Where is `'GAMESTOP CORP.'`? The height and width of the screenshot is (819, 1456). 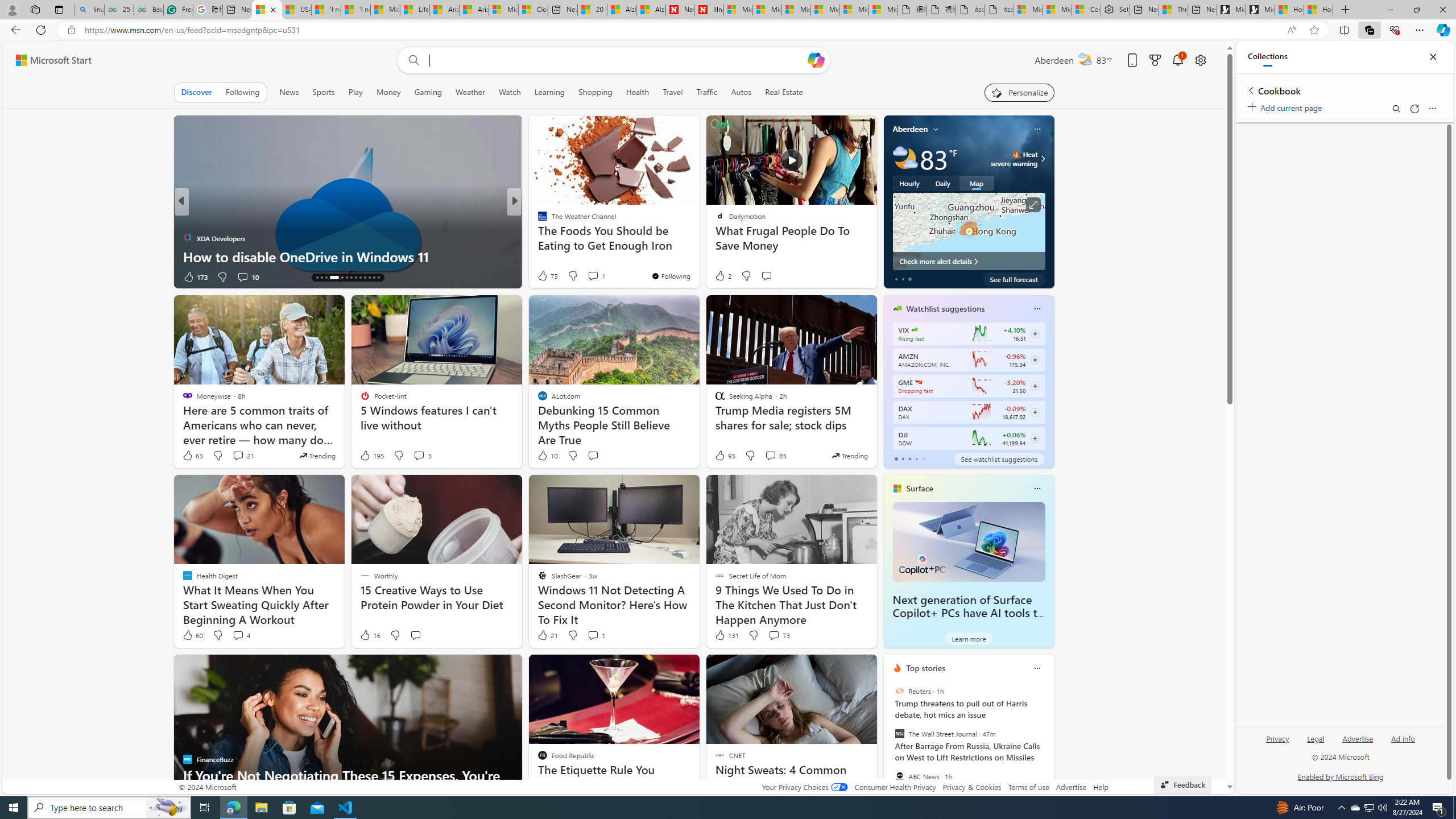 'GAMESTOP CORP.' is located at coordinates (919, 381).